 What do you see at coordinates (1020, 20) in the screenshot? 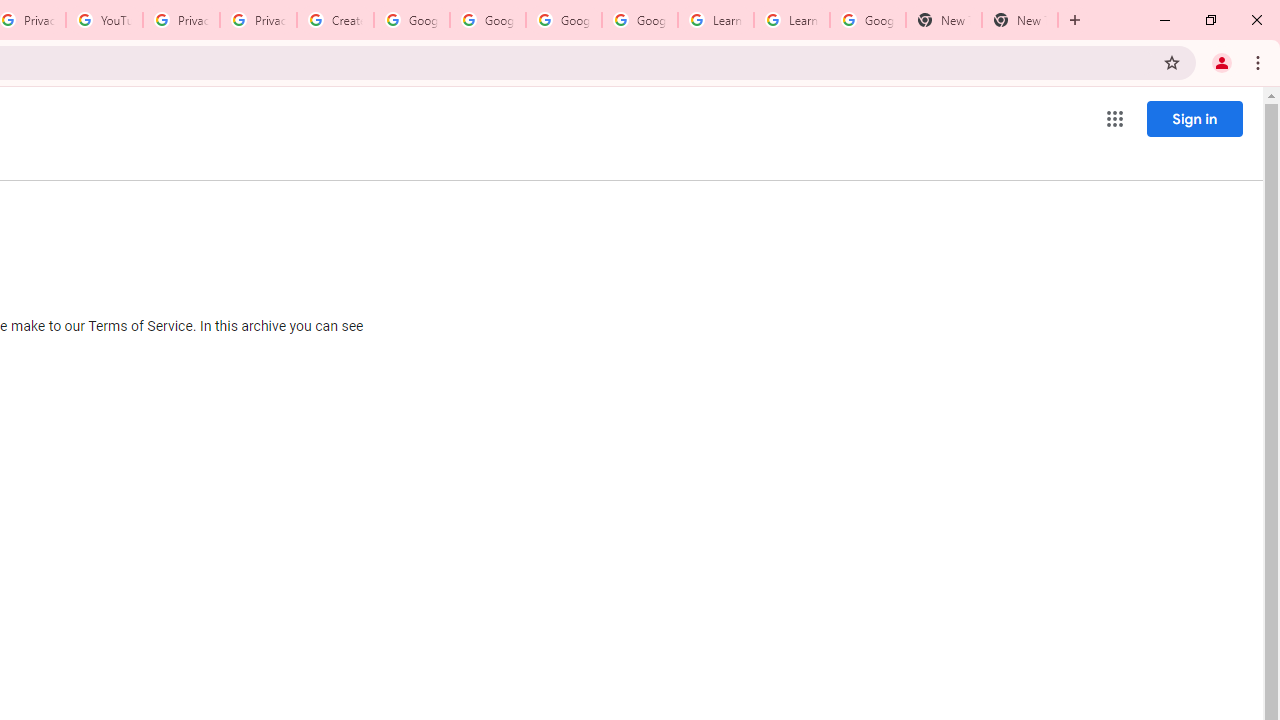
I see `'New Tab'` at bounding box center [1020, 20].